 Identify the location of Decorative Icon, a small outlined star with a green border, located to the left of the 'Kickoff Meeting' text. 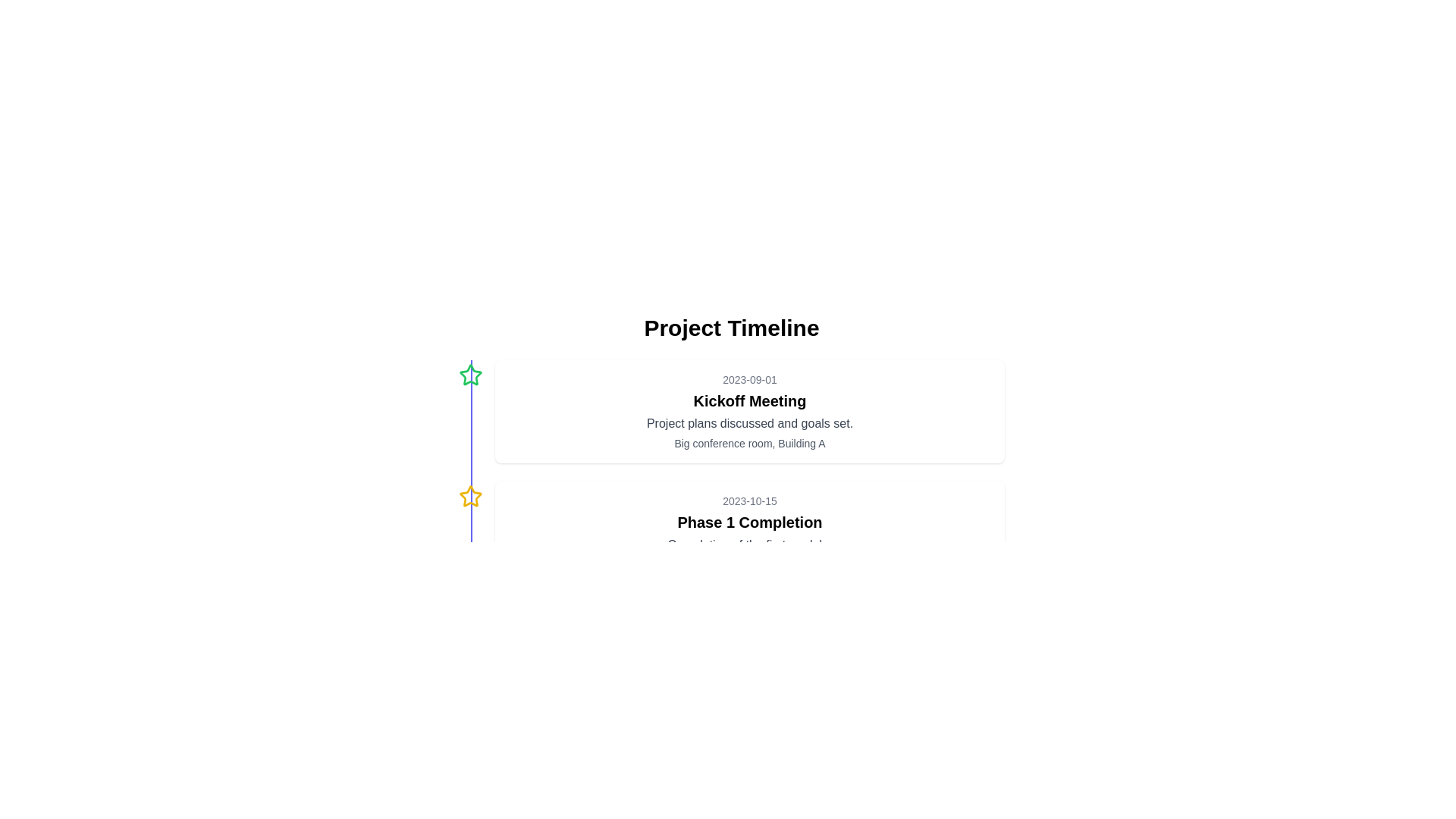
(469, 413).